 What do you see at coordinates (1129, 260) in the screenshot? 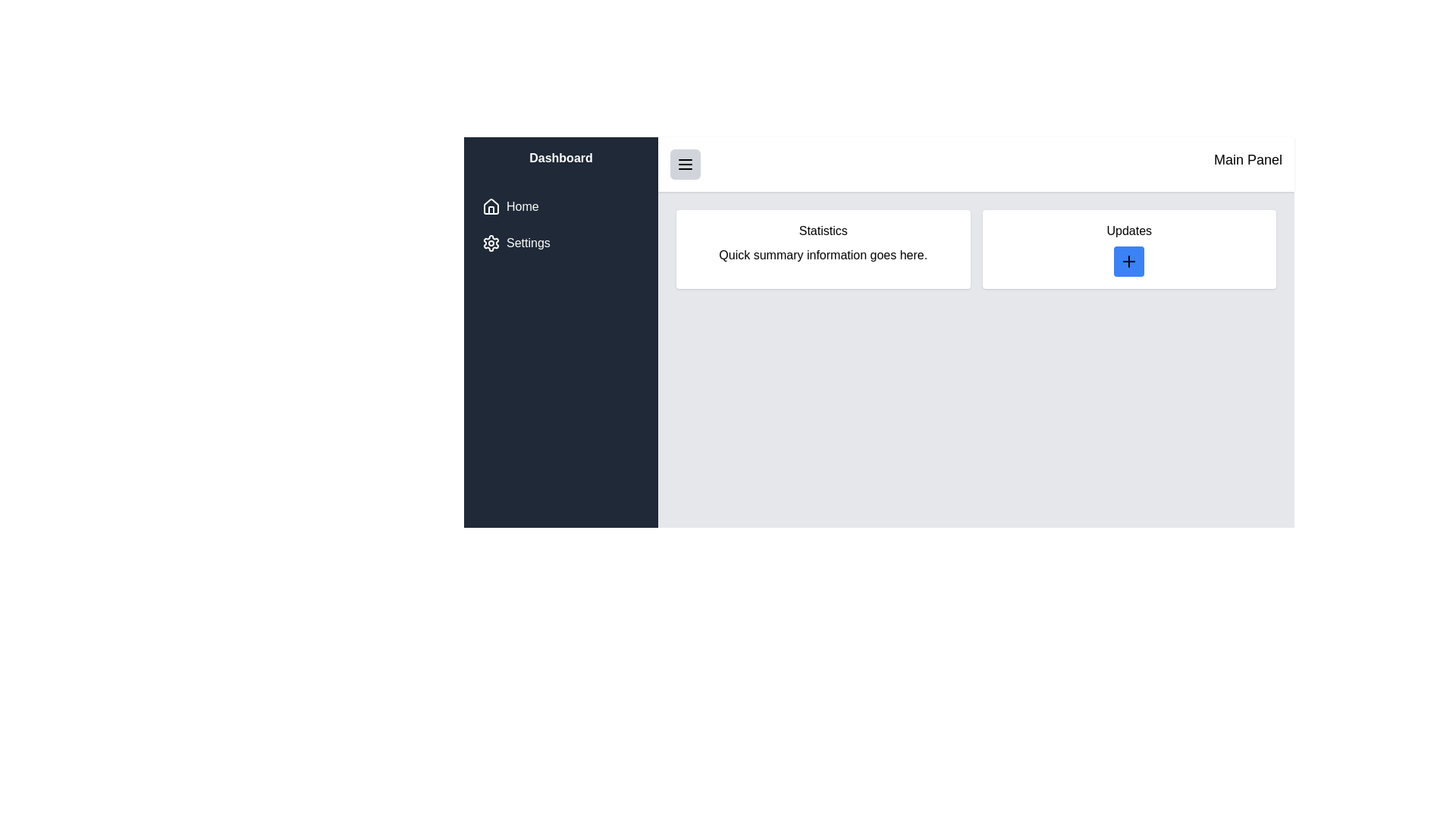
I see `the plus icon button located in the upper-right corner of the 'Updates' card` at bounding box center [1129, 260].